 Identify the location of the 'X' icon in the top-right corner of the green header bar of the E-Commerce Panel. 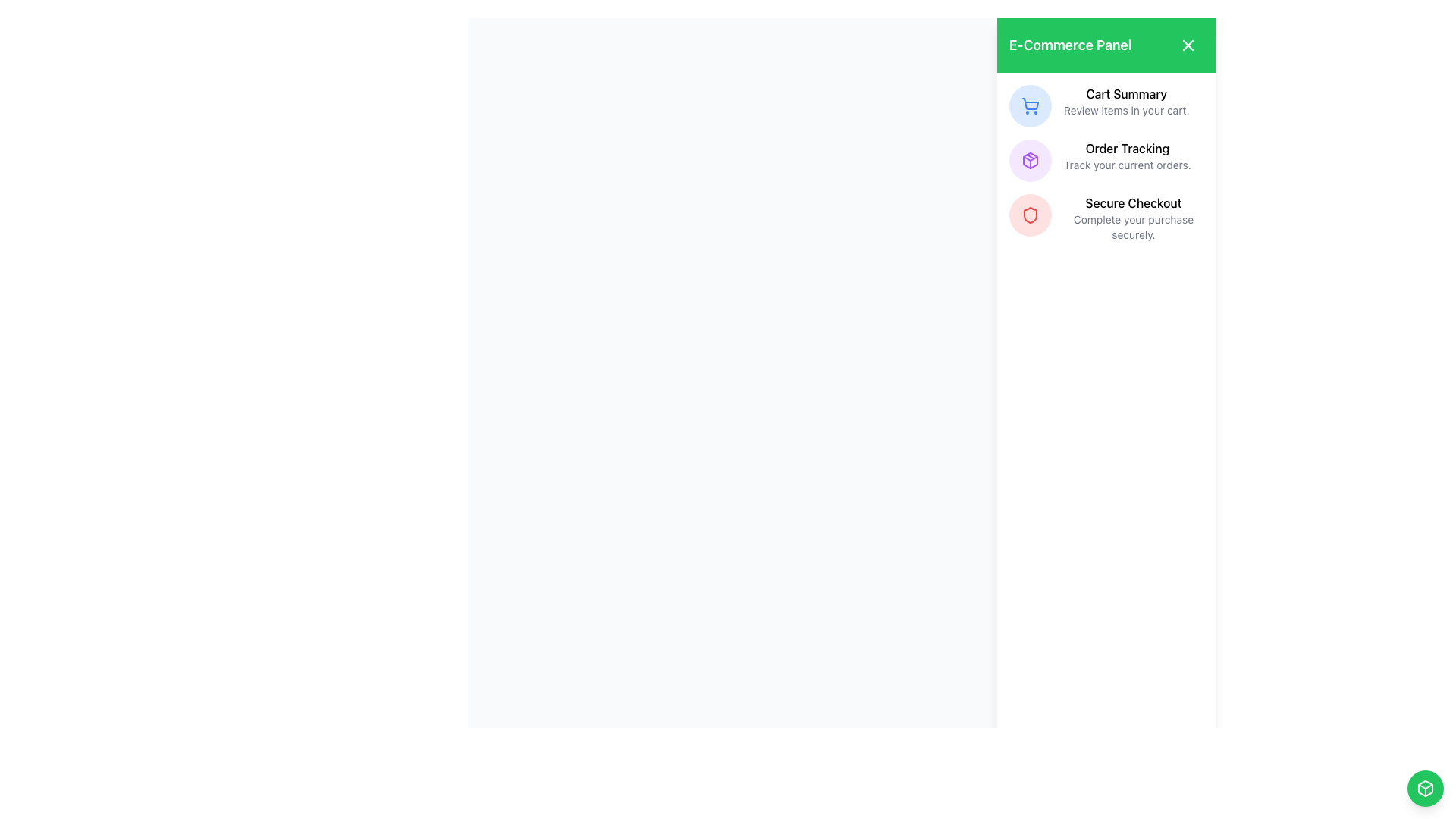
(1187, 45).